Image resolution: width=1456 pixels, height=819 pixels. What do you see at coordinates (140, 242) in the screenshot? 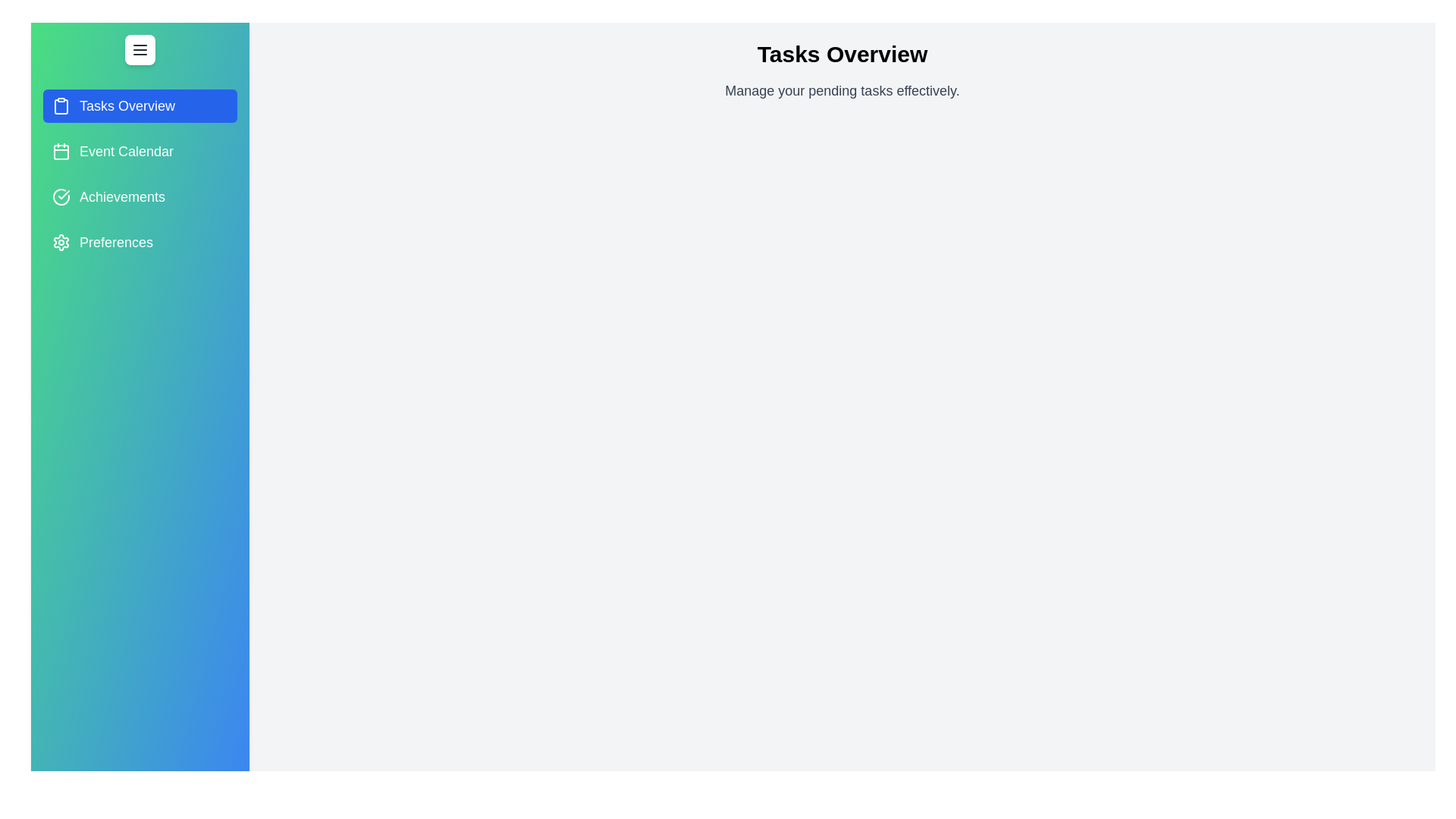
I see `the tab named Preferences from the drawer menu` at bounding box center [140, 242].